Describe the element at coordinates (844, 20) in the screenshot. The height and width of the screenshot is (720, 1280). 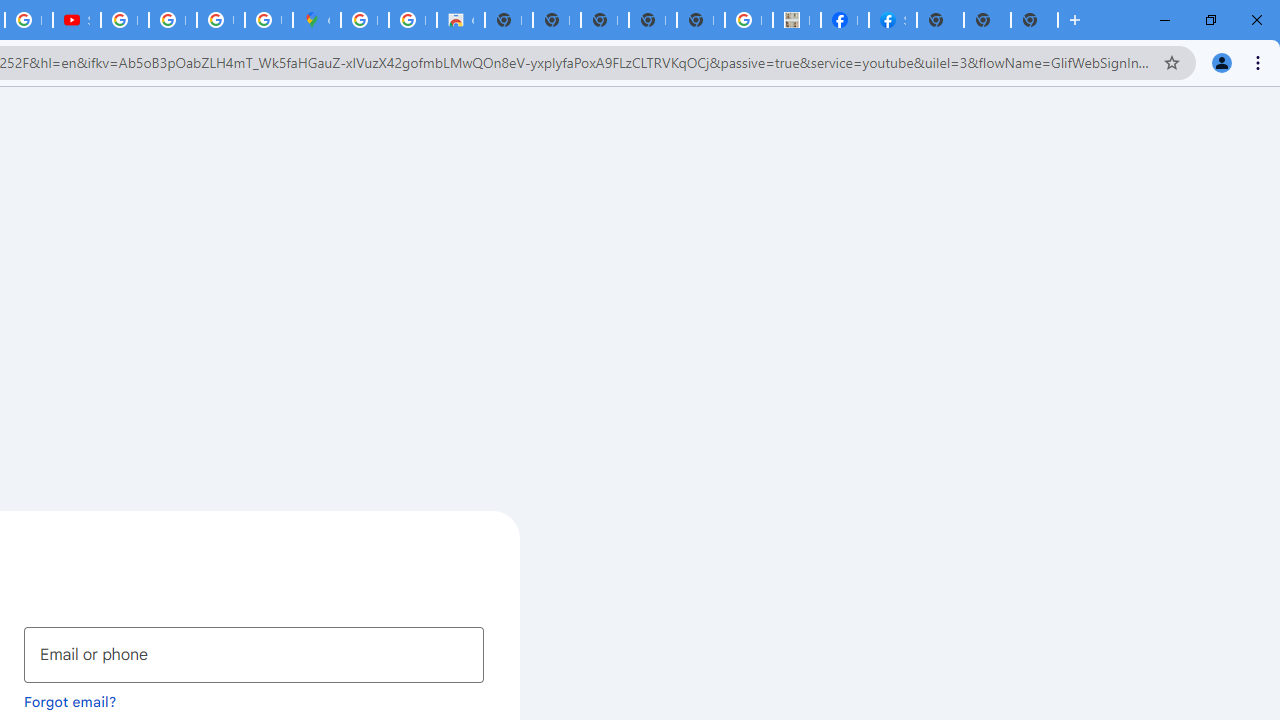
I see `'Miley Cyrus | Facebook'` at that location.